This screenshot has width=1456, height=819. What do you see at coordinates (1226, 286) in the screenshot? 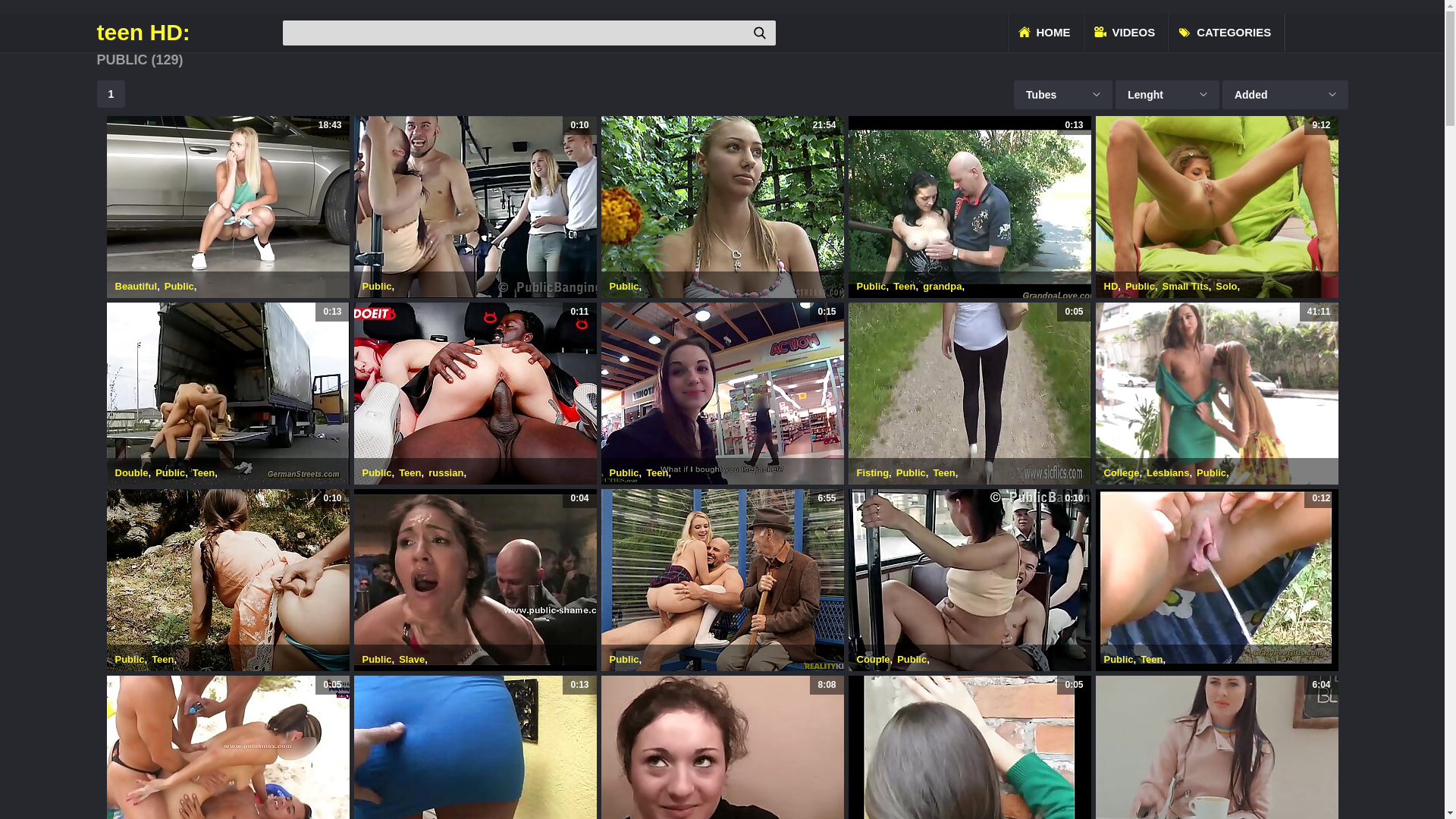
I see `'Solo'` at bounding box center [1226, 286].